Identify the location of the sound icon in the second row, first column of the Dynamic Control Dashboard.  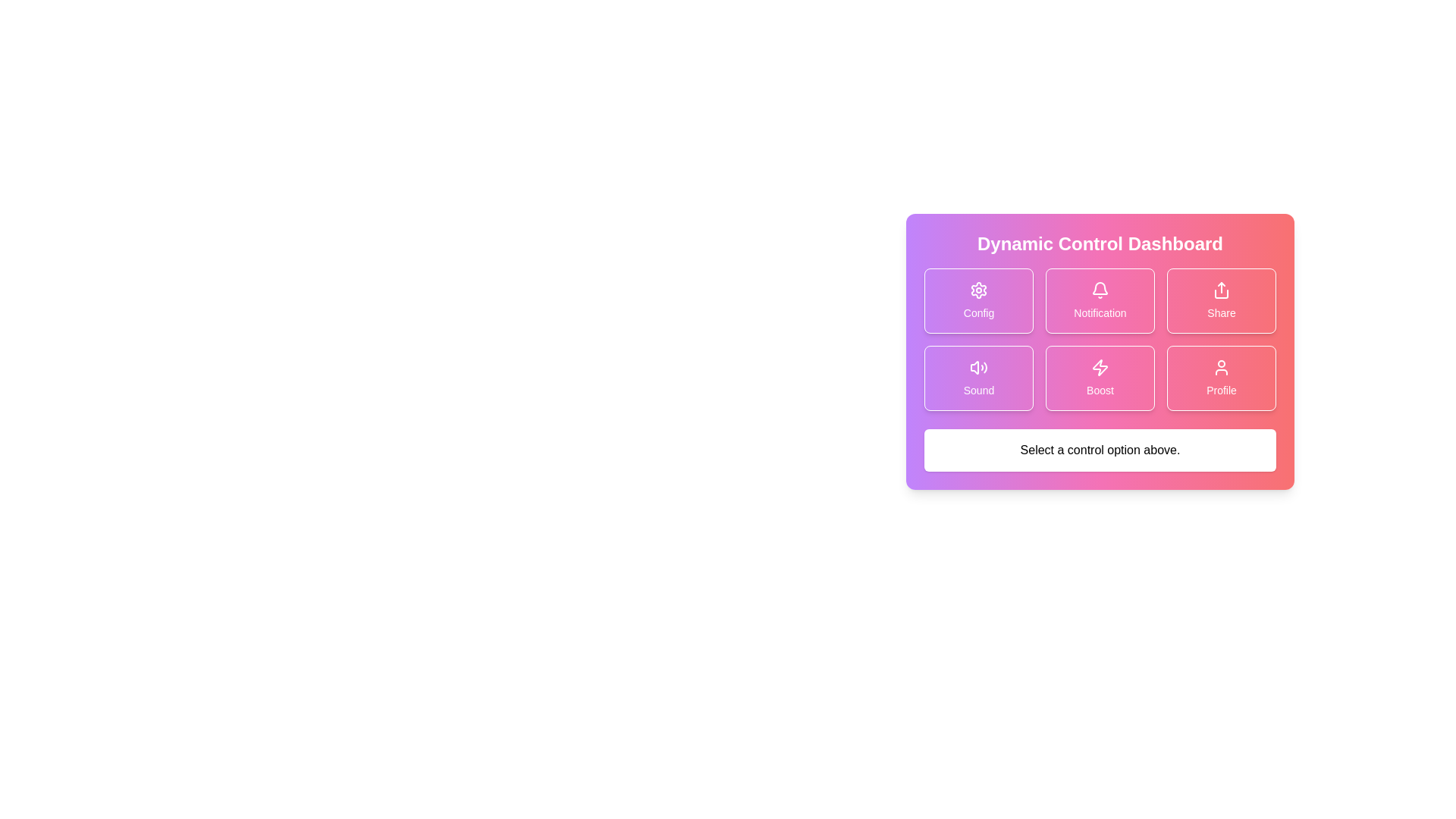
(979, 368).